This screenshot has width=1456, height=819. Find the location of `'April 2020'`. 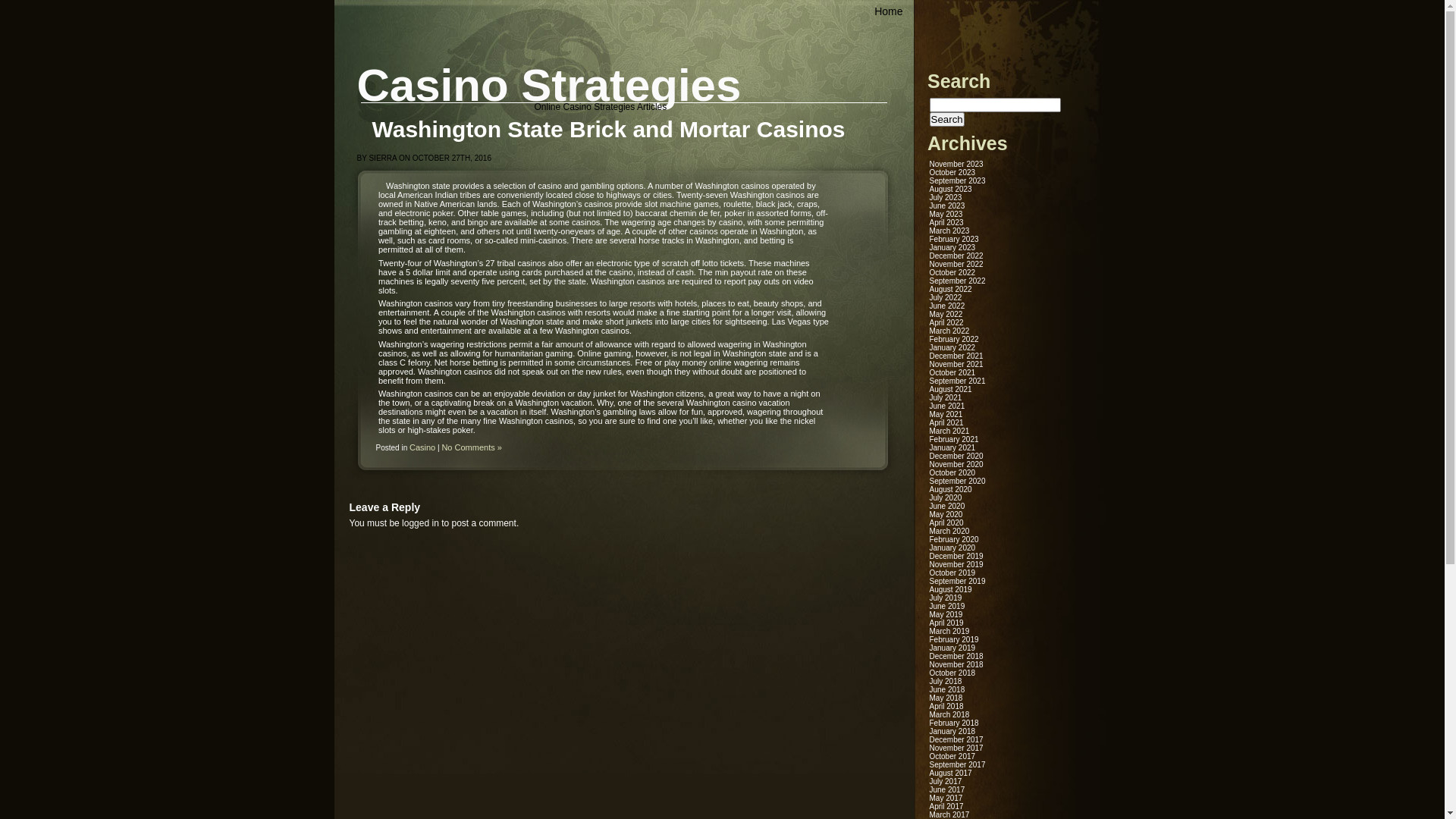

'April 2020' is located at coordinates (946, 522).